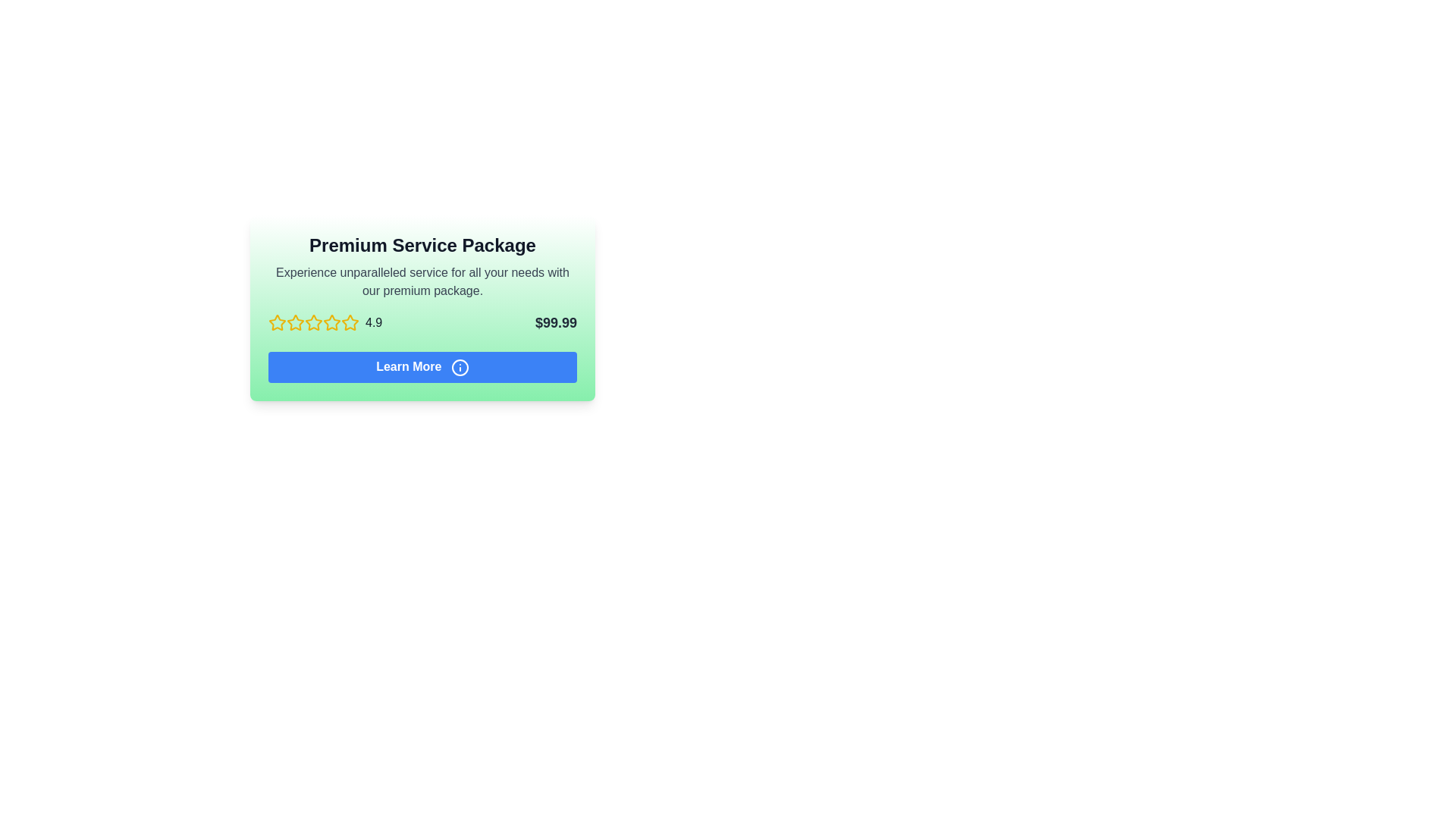 This screenshot has width=1456, height=819. I want to click on the fourth star icon in the rating system, which indicates a fully selected state contributing to a rating of 4.9, so click(349, 322).